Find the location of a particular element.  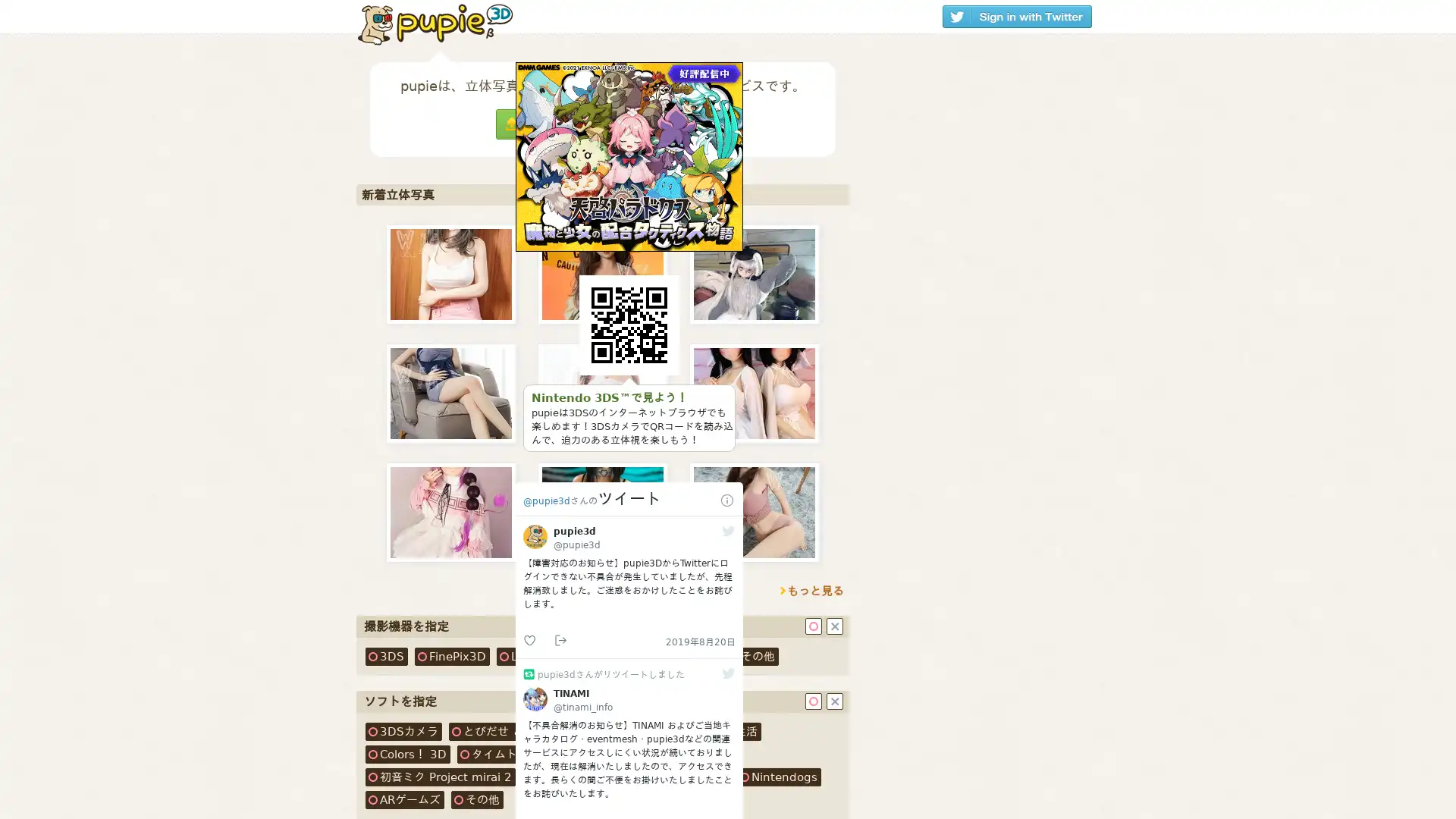

Project mirai 2 is located at coordinates (439, 777).